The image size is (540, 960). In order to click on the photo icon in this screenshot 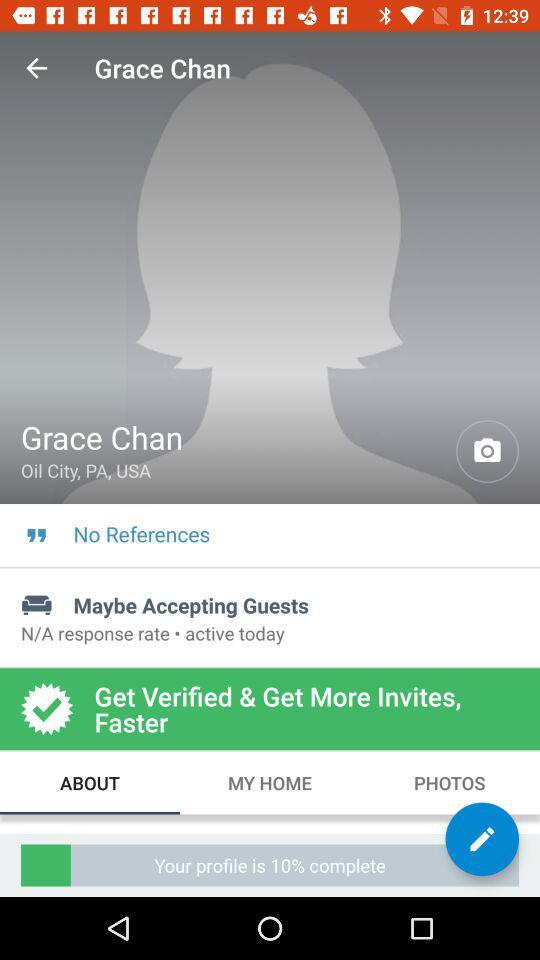, I will do `click(486, 451)`.